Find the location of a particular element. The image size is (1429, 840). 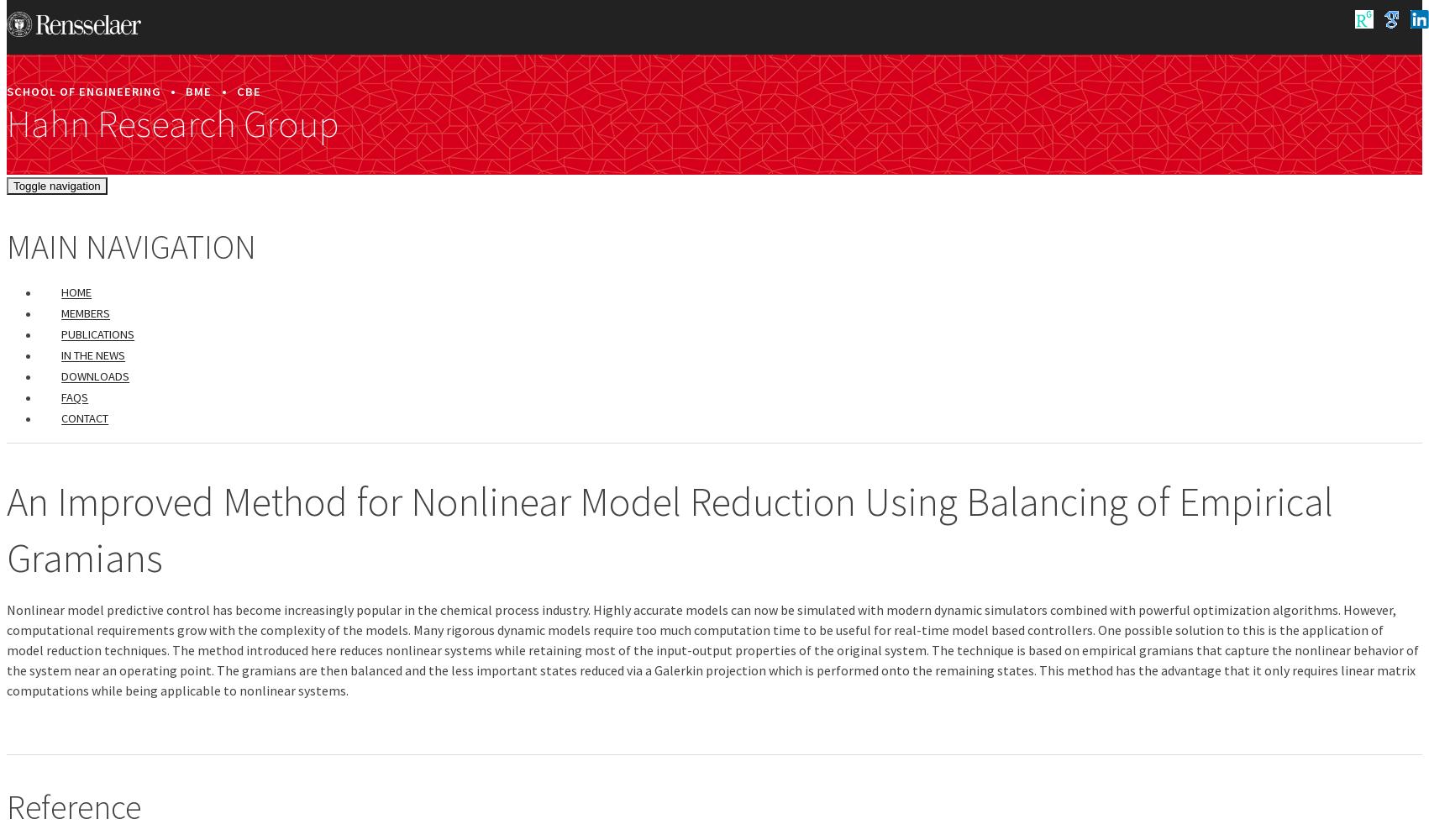

'Toggle navigation' is located at coordinates (13, 184).